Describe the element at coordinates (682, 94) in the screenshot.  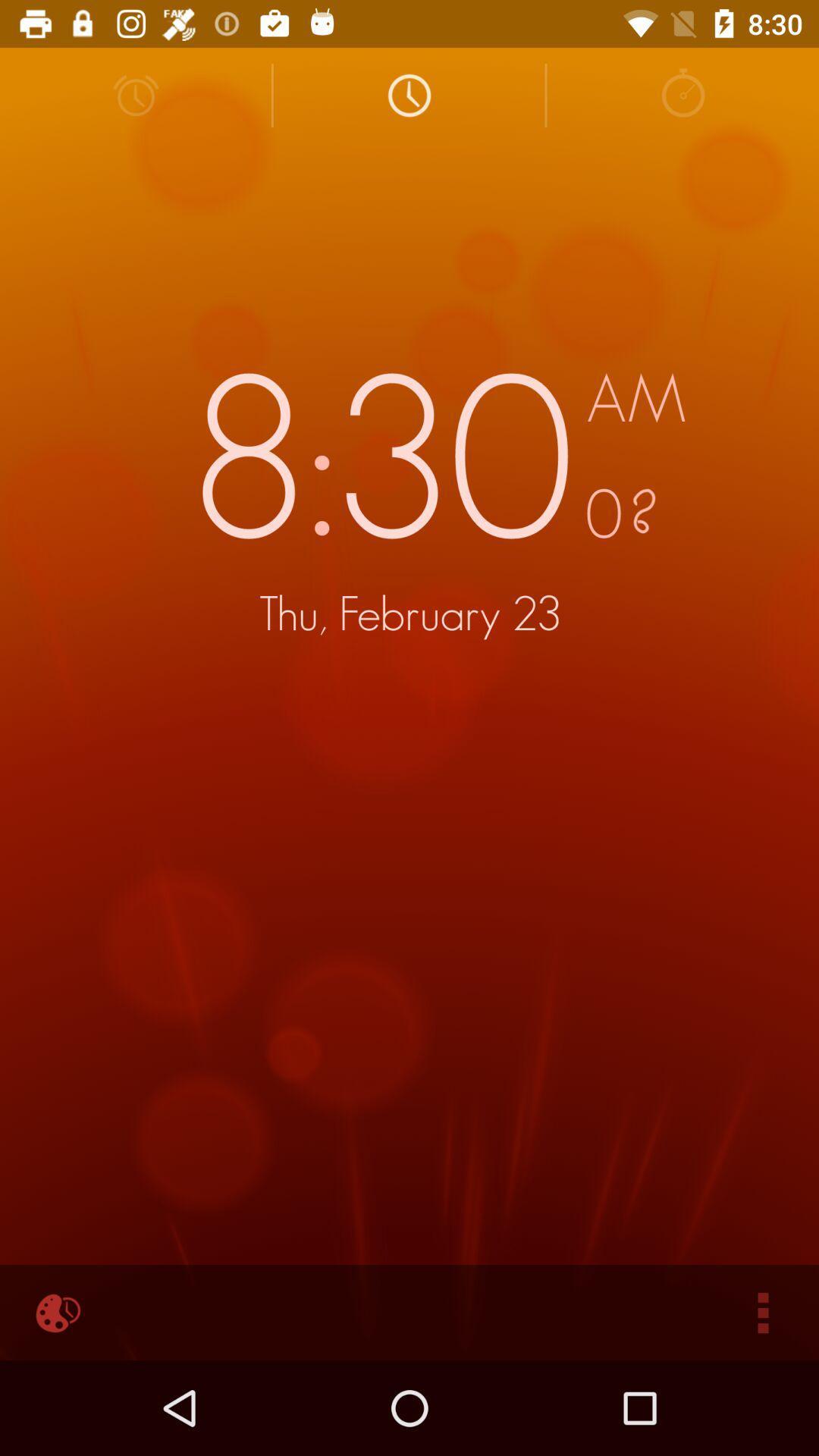
I see `the swap icon` at that location.